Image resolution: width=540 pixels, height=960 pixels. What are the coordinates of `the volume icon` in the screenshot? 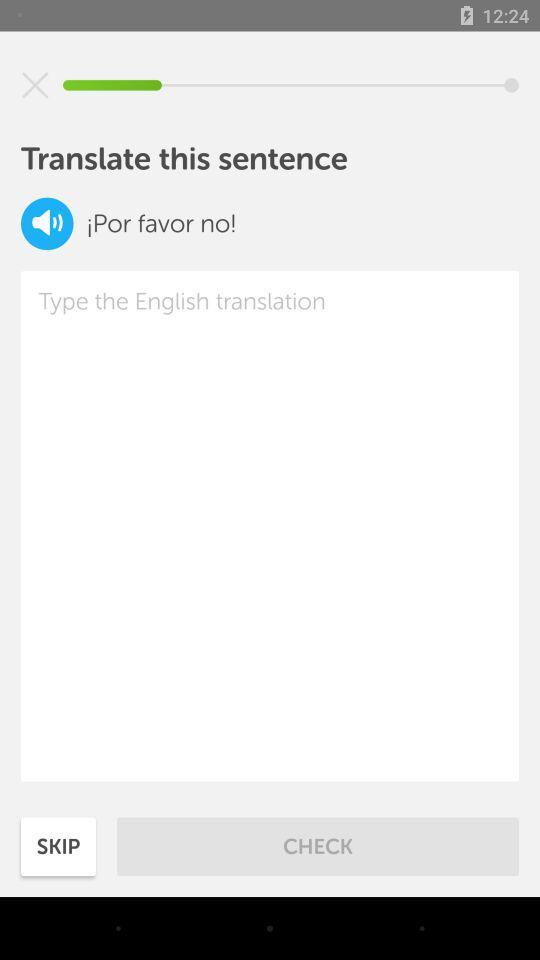 It's located at (47, 223).